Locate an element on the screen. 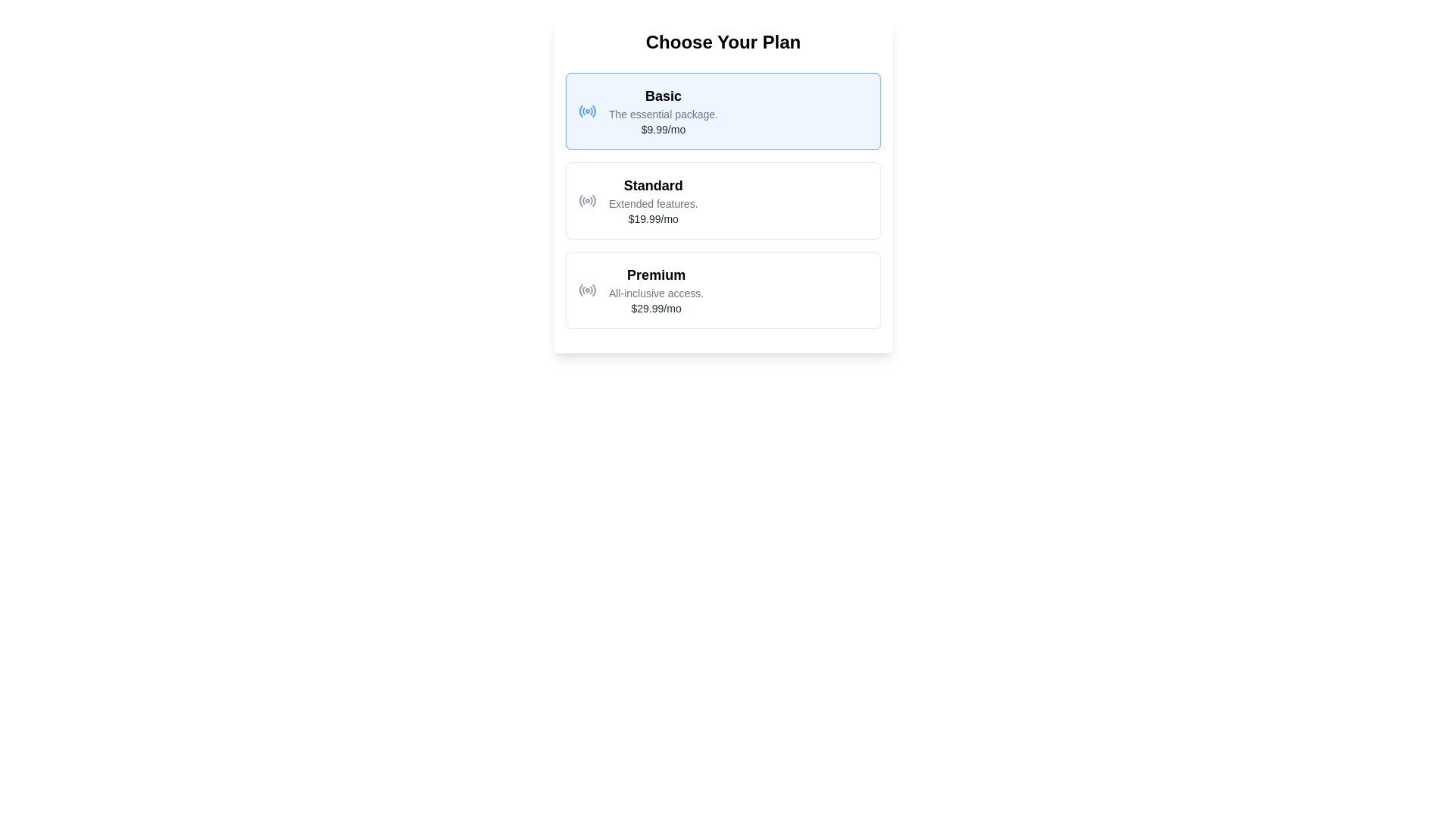 The image size is (1456, 819). the Selectable Option Box labeled 'Premium' is located at coordinates (723, 290).